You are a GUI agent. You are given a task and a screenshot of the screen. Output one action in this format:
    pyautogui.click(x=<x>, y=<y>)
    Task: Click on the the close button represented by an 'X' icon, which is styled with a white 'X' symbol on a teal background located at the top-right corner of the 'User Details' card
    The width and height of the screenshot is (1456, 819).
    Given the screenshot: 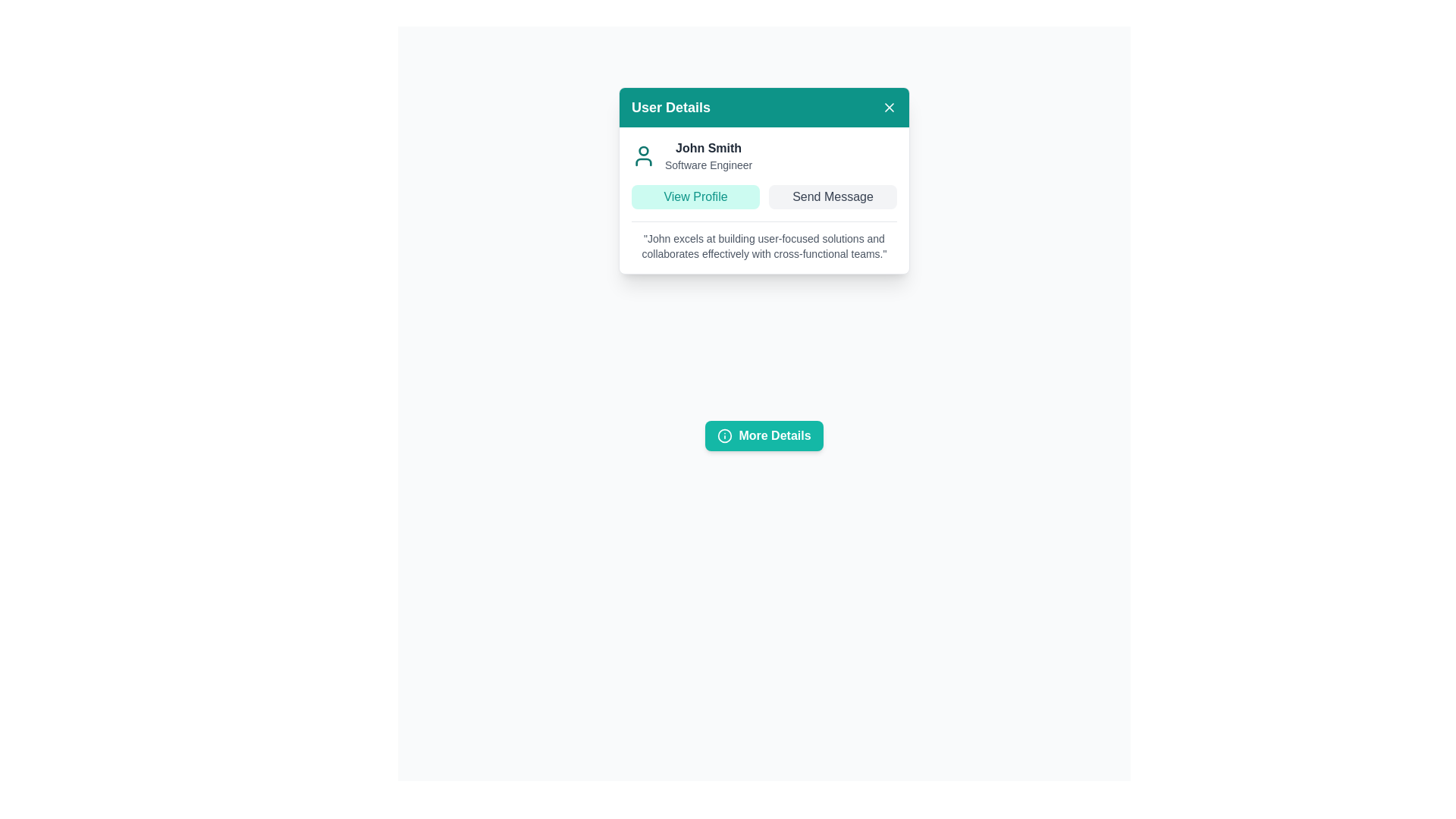 What is the action you would take?
    pyautogui.click(x=889, y=107)
    